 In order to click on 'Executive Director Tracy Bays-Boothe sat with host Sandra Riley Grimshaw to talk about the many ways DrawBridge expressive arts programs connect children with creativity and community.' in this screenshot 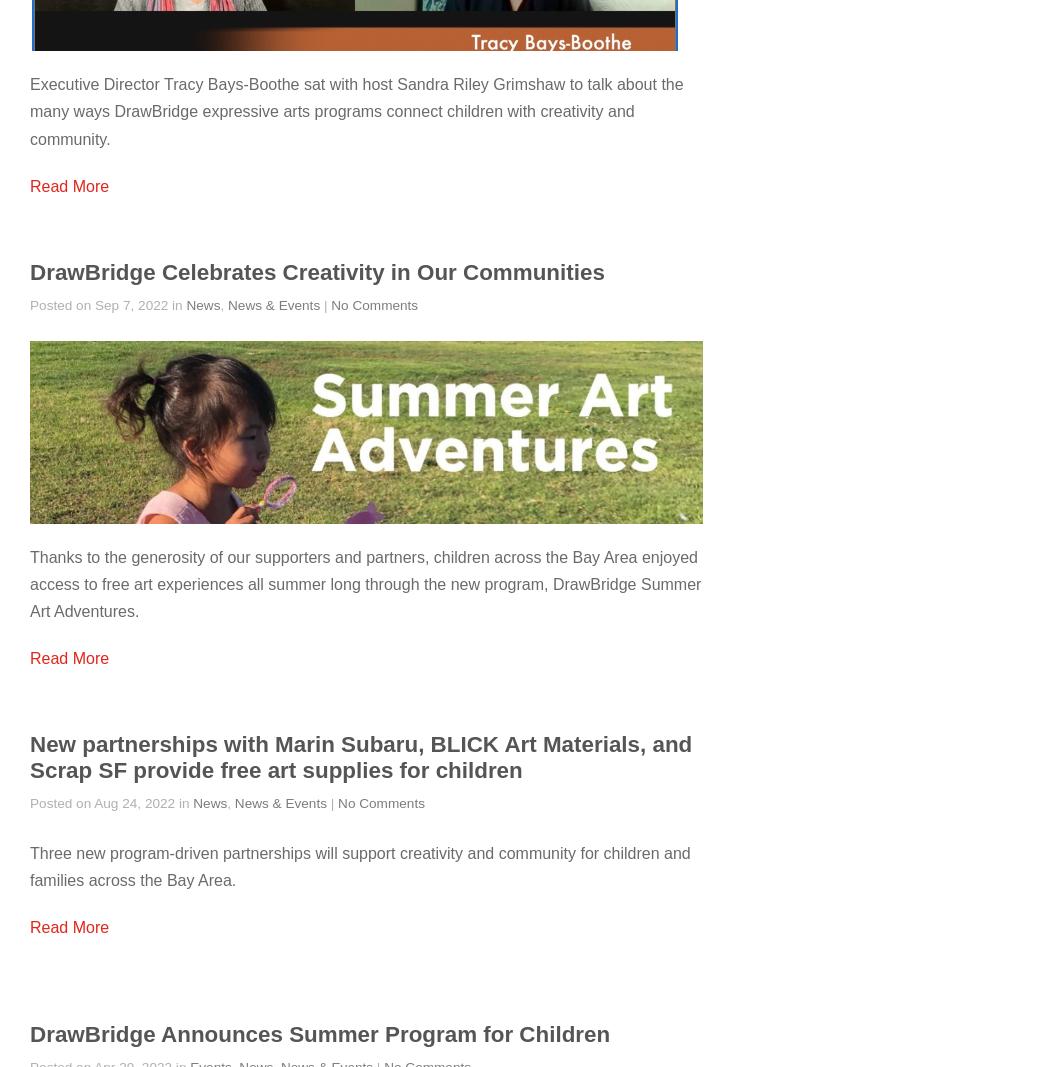, I will do `click(355, 110)`.